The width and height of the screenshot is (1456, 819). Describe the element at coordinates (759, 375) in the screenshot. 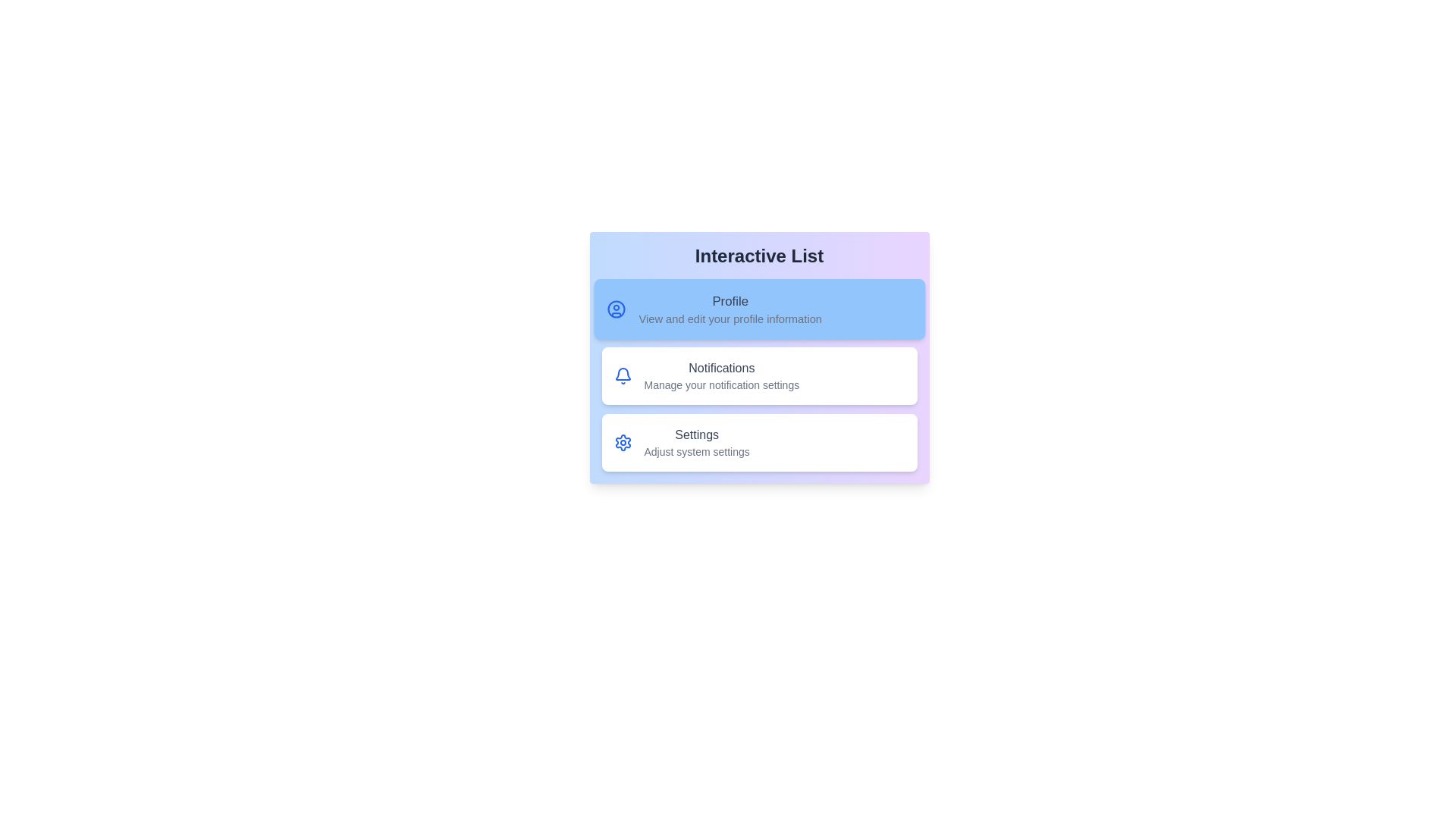

I see `the list item corresponding to Notifications` at that location.